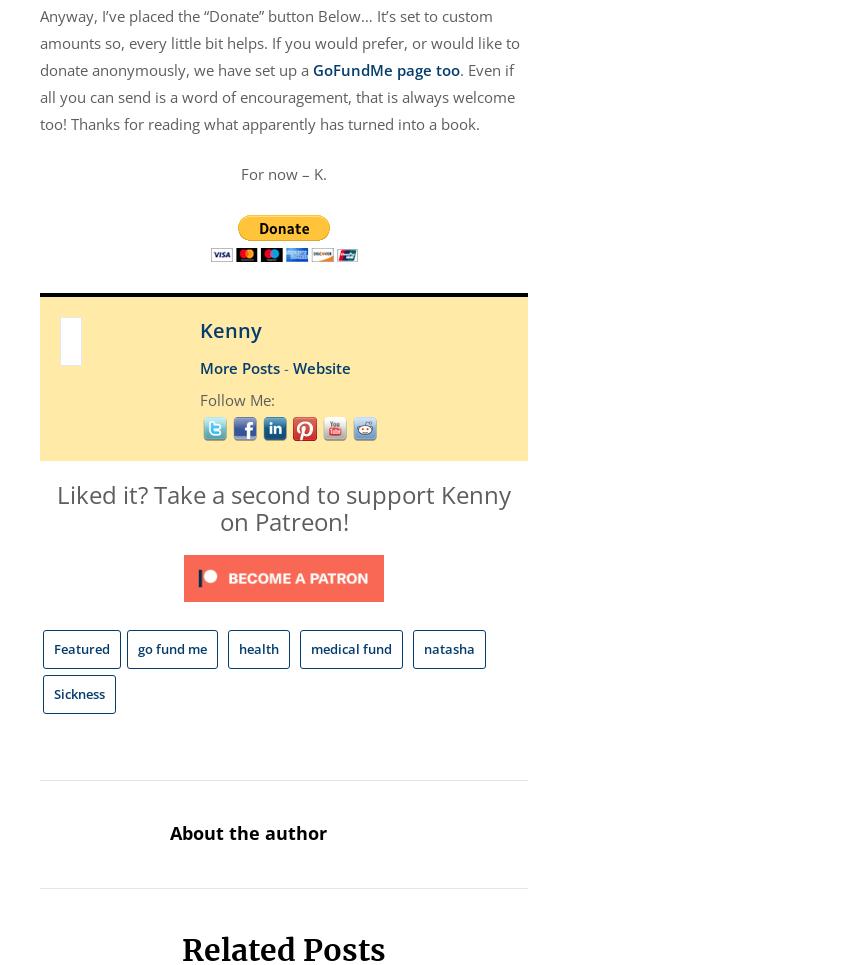 This screenshot has height=965, width=850. I want to click on '-', so click(278, 367).